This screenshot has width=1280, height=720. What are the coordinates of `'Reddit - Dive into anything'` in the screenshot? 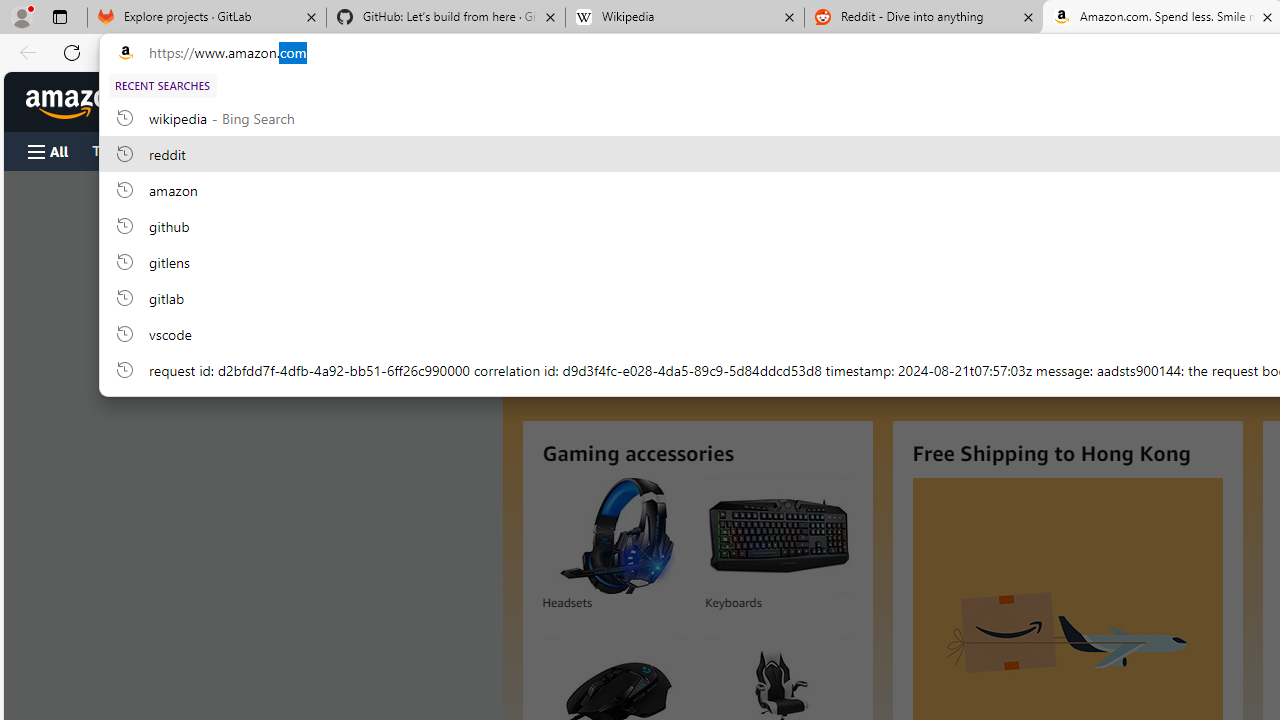 It's located at (923, 17).